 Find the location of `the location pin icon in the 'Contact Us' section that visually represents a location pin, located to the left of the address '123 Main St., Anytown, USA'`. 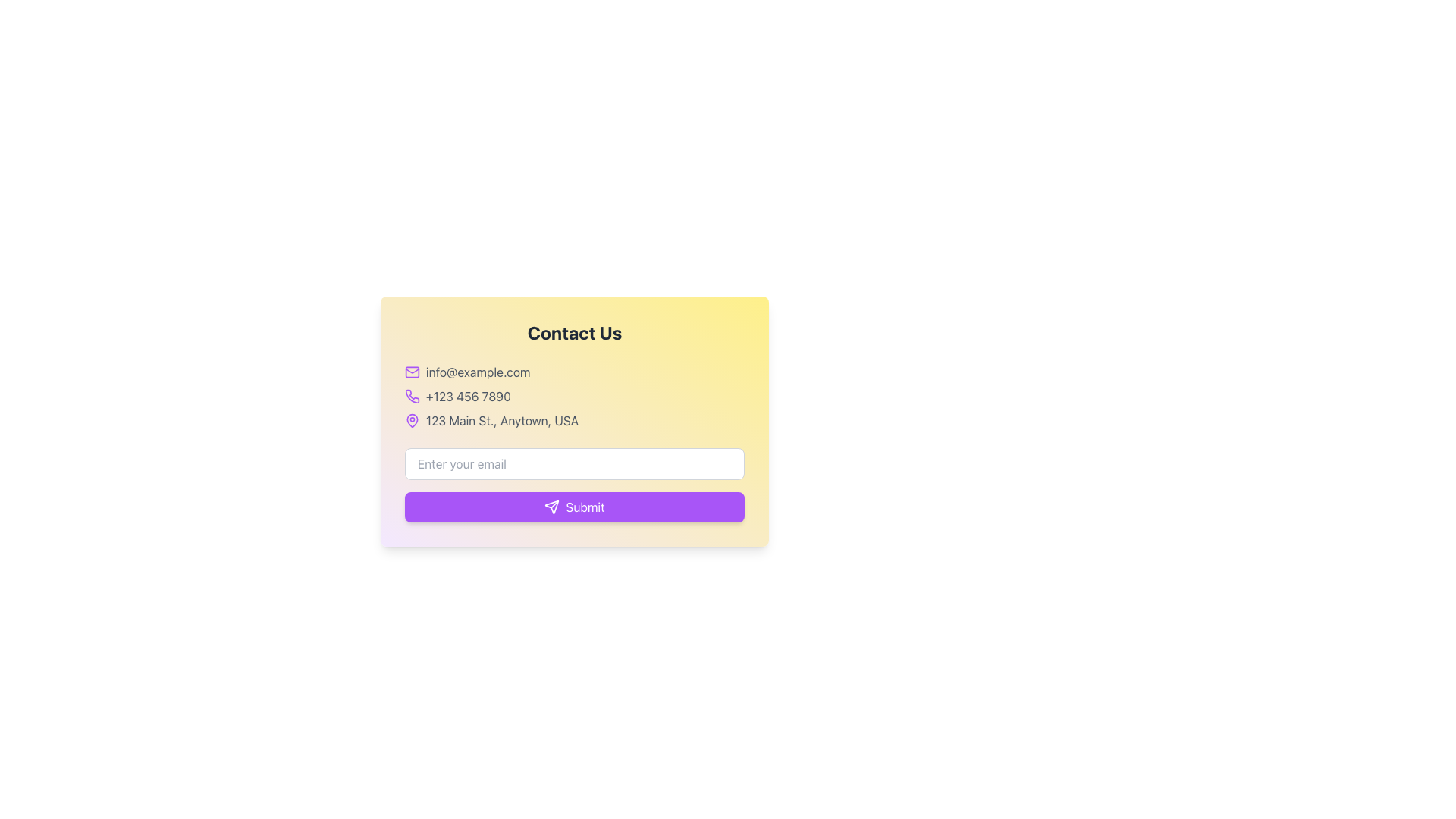

the location pin icon in the 'Contact Us' section that visually represents a location pin, located to the left of the address '123 Main St., Anytown, USA' is located at coordinates (412, 420).